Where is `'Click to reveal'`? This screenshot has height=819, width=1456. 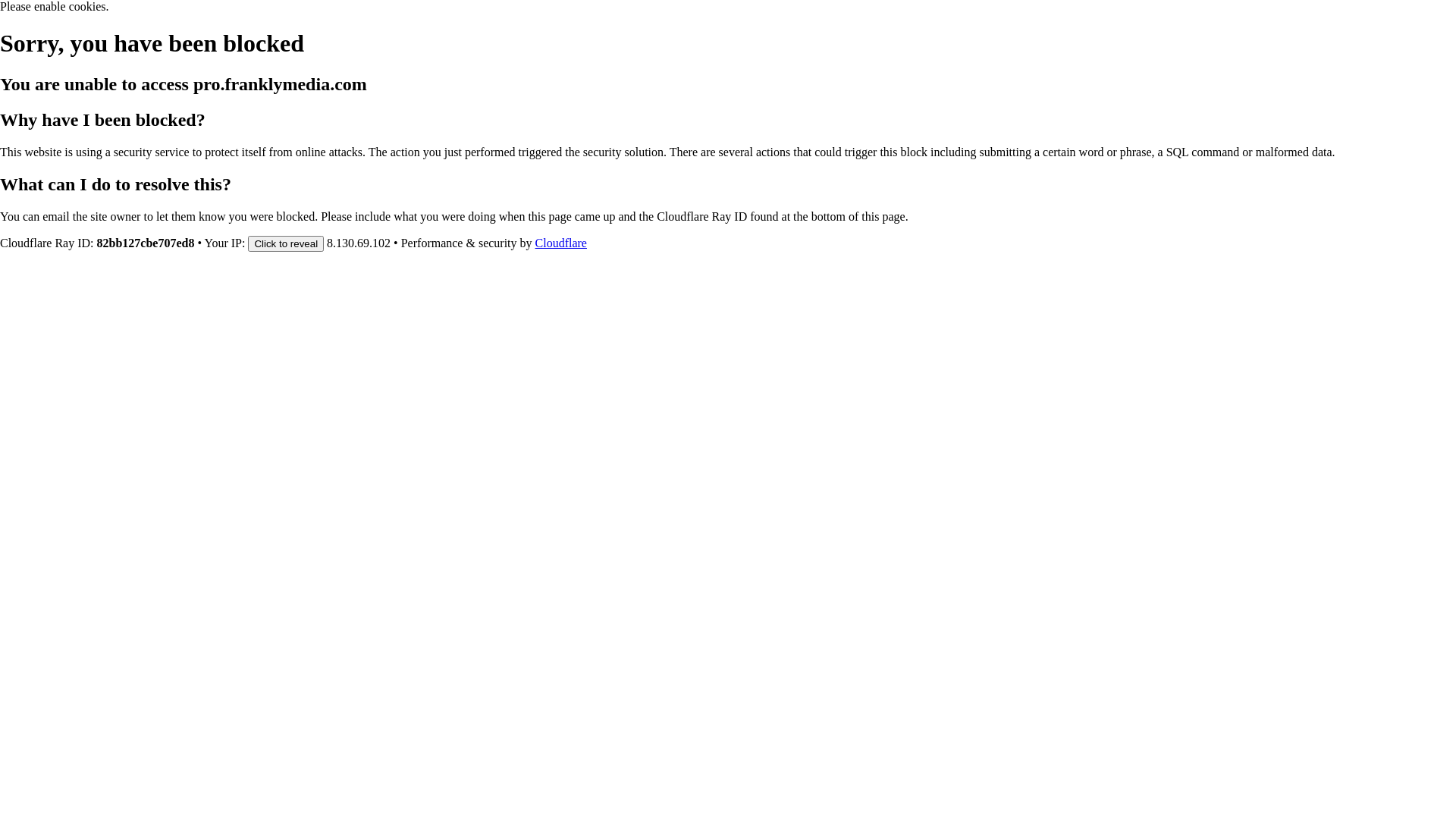 'Click to reveal' is located at coordinates (286, 242).